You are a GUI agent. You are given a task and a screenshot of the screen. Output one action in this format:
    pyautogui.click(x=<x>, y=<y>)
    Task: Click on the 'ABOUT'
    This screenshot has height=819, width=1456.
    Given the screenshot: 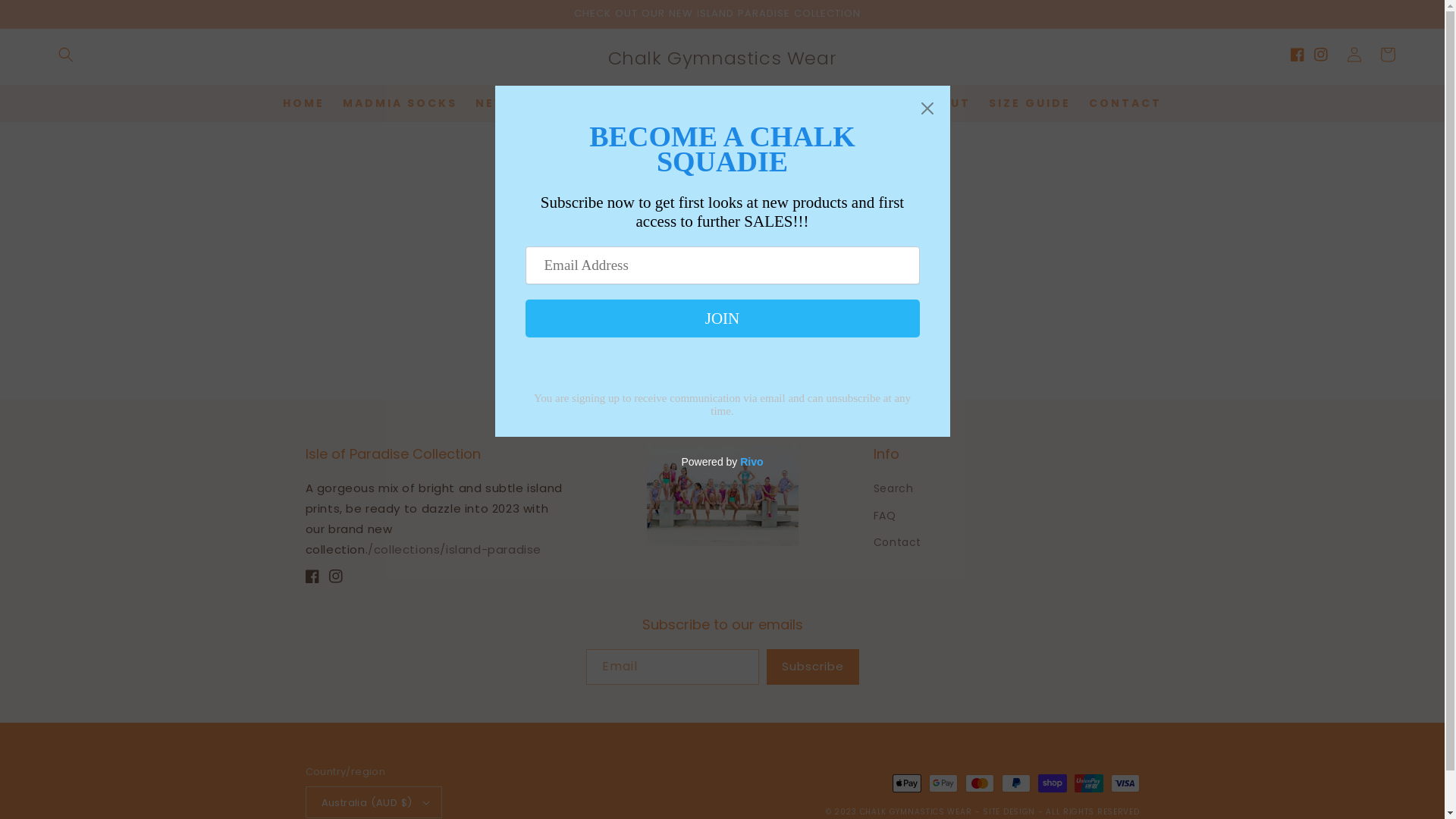 What is the action you would take?
    pyautogui.click(x=944, y=102)
    